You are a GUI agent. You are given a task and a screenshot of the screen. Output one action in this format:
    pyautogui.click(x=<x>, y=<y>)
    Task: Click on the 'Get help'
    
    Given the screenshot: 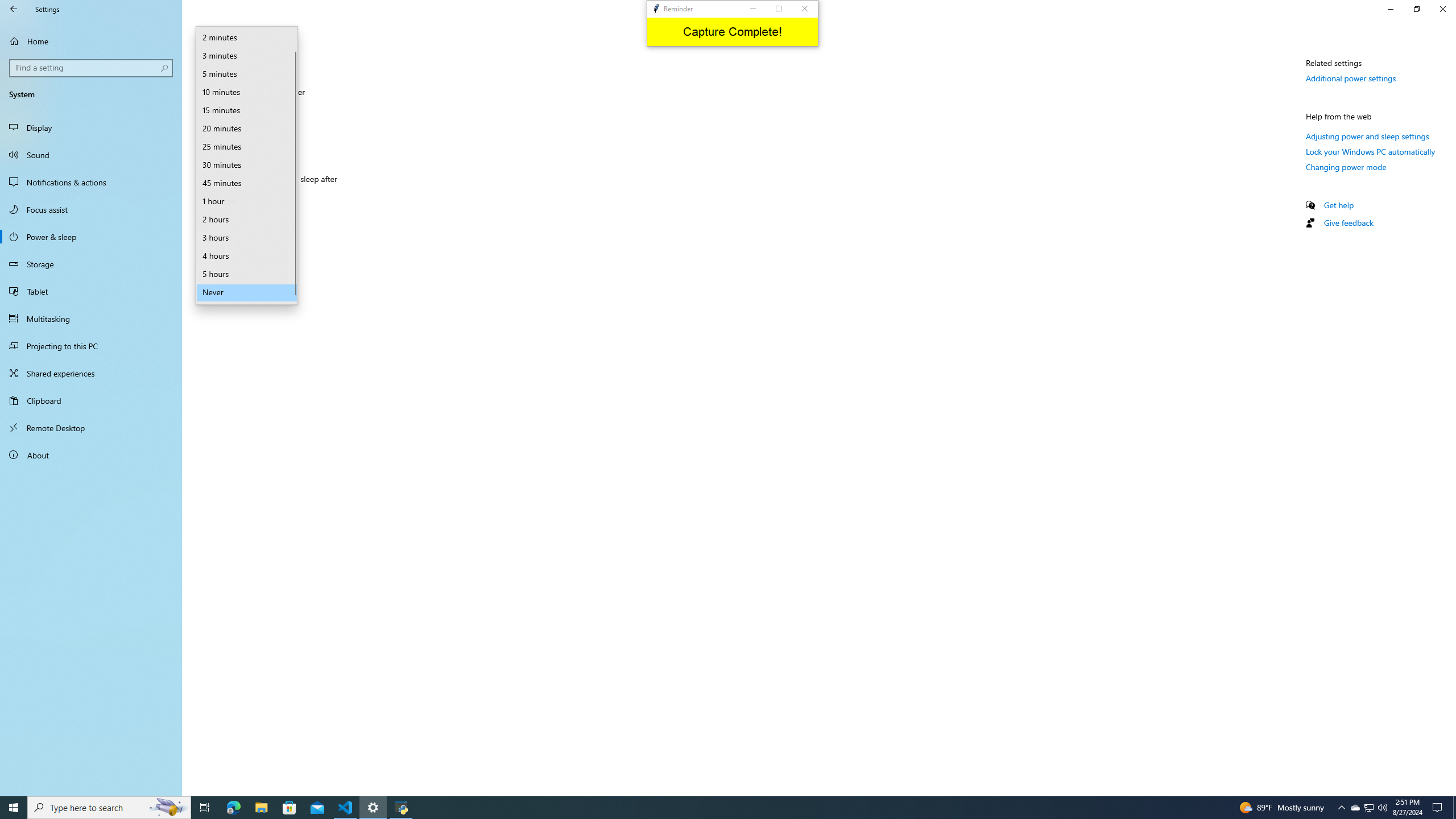 What is the action you would take?
    pyautogui.click(x=1338, y=205)
    